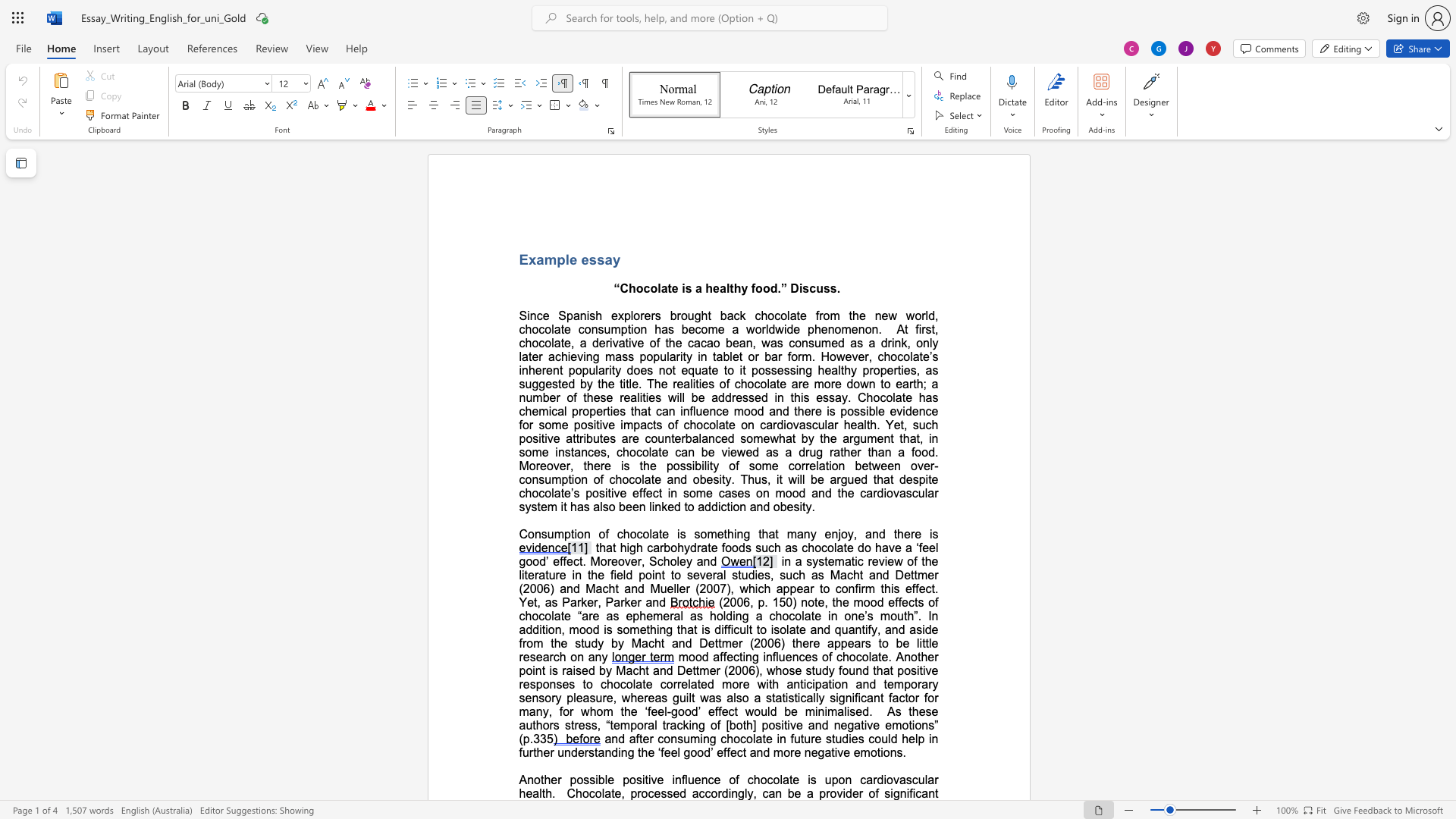 The image size is (1456, 819). What do you see at coordinates (540, 792) in the screenshot?
I see `the 5th character "l" in the text` at bounding box center [540, 792].